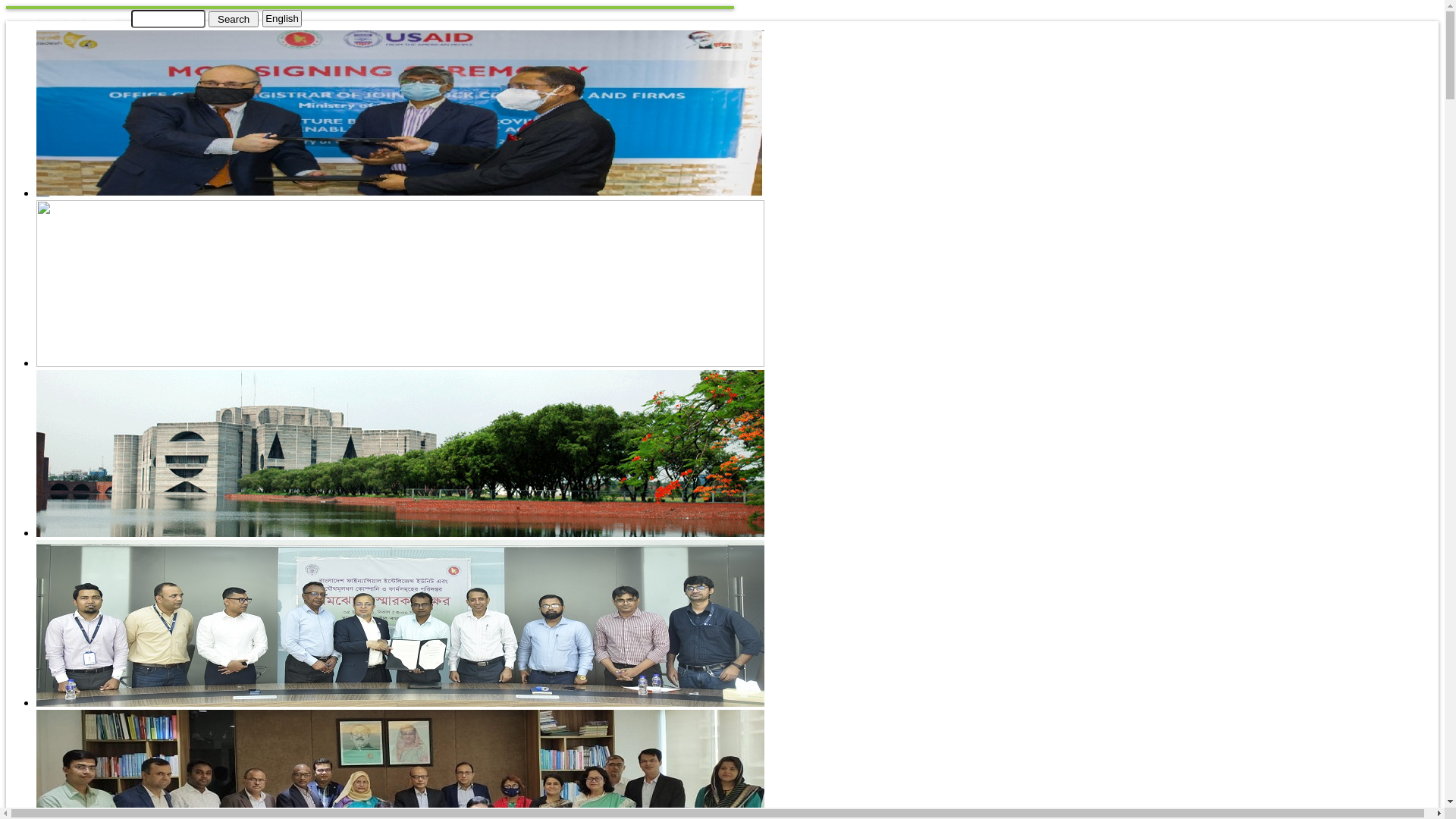  I want to click on 'English', so click(282, 18).